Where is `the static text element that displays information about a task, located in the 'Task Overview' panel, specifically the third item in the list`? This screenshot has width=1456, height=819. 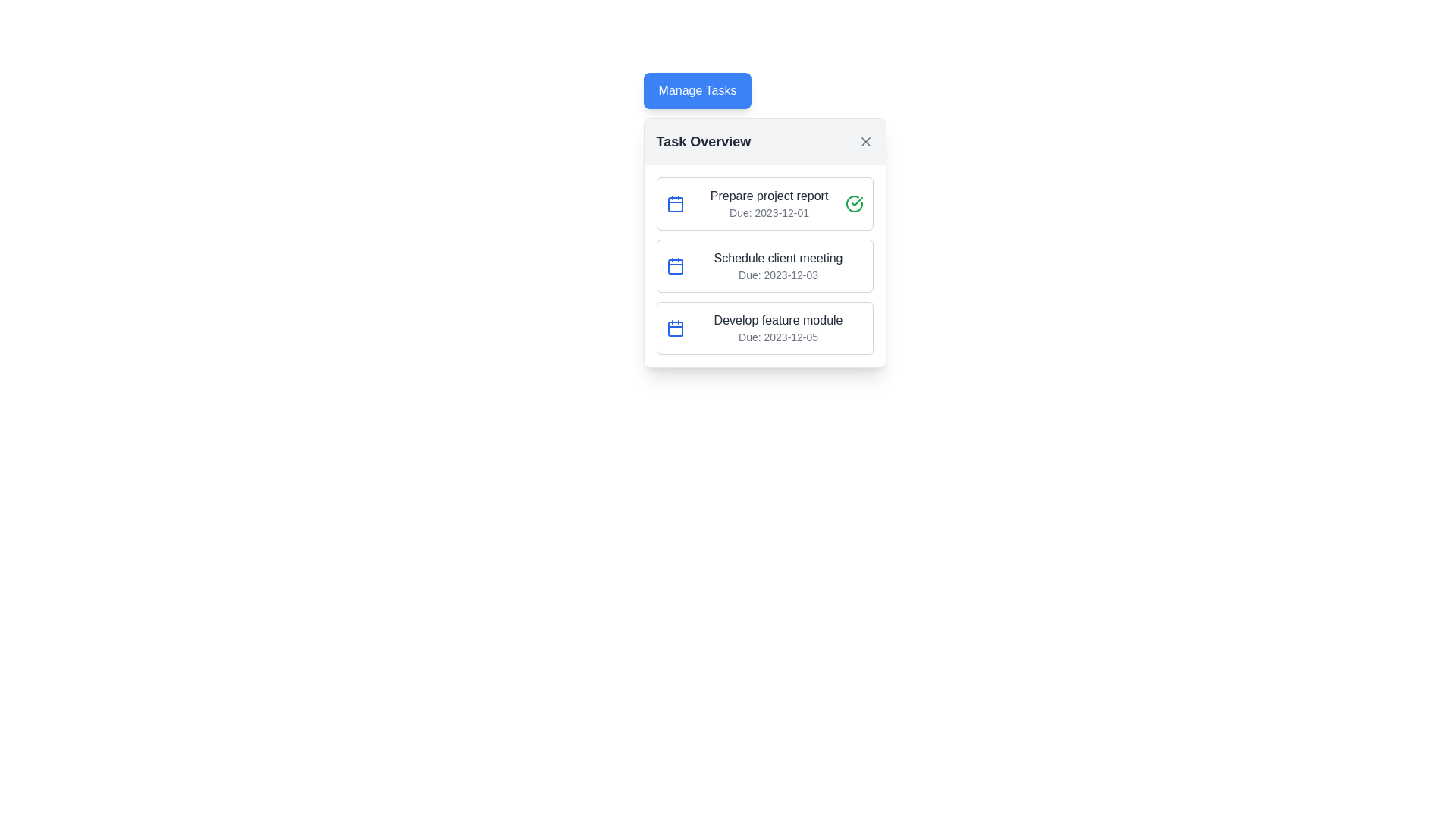 the static text element that displays information about a task, located in the 'Task Overview' panel, specifically the third item in the list is located at coordinates (778, 327).